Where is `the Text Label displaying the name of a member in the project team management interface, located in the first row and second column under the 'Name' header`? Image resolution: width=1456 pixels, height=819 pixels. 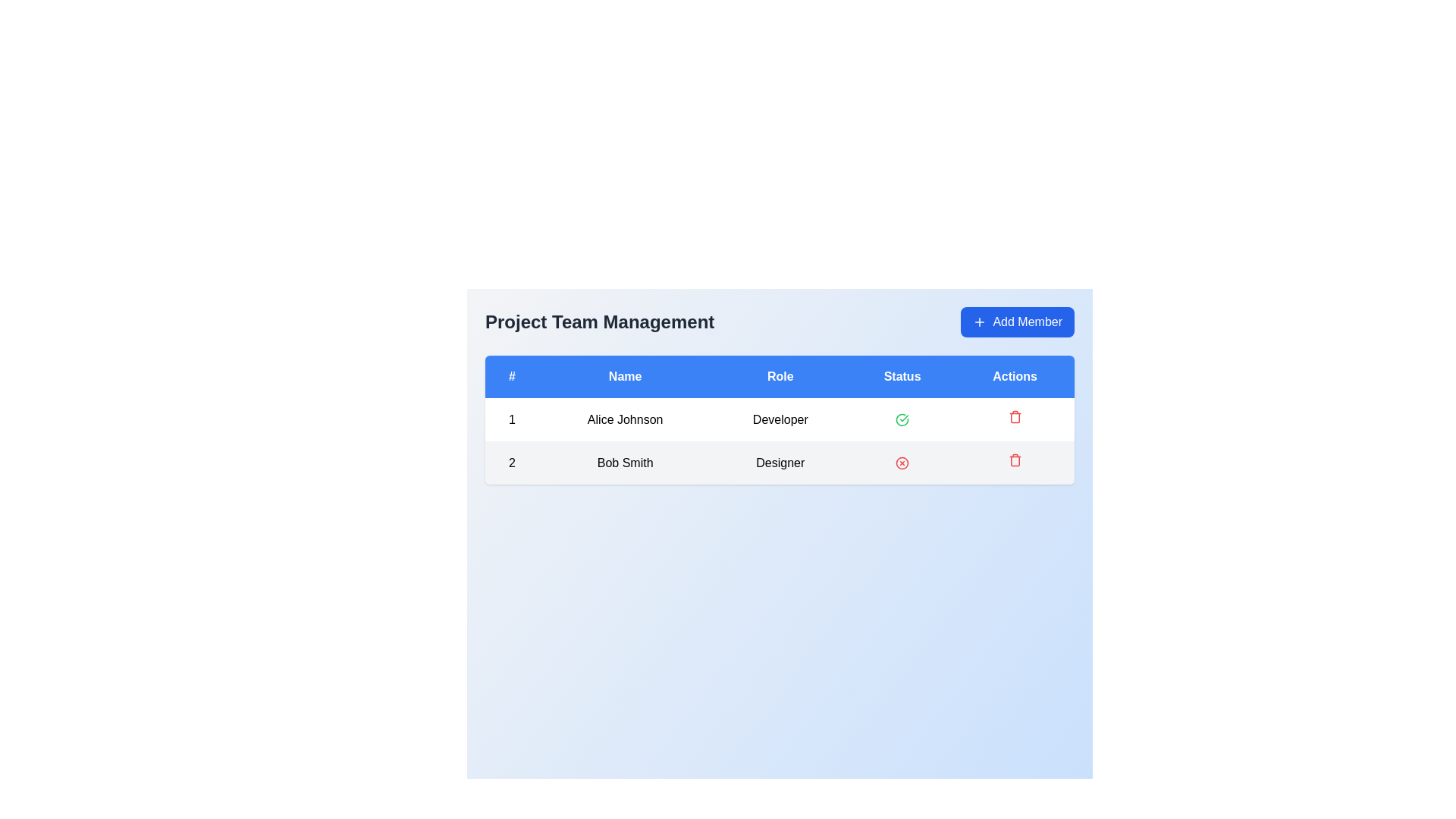
the Text Label displaying the name of a member in the project team management interface, located in the first row and second column under the 'Name' header is located at coordinates (625, 419).